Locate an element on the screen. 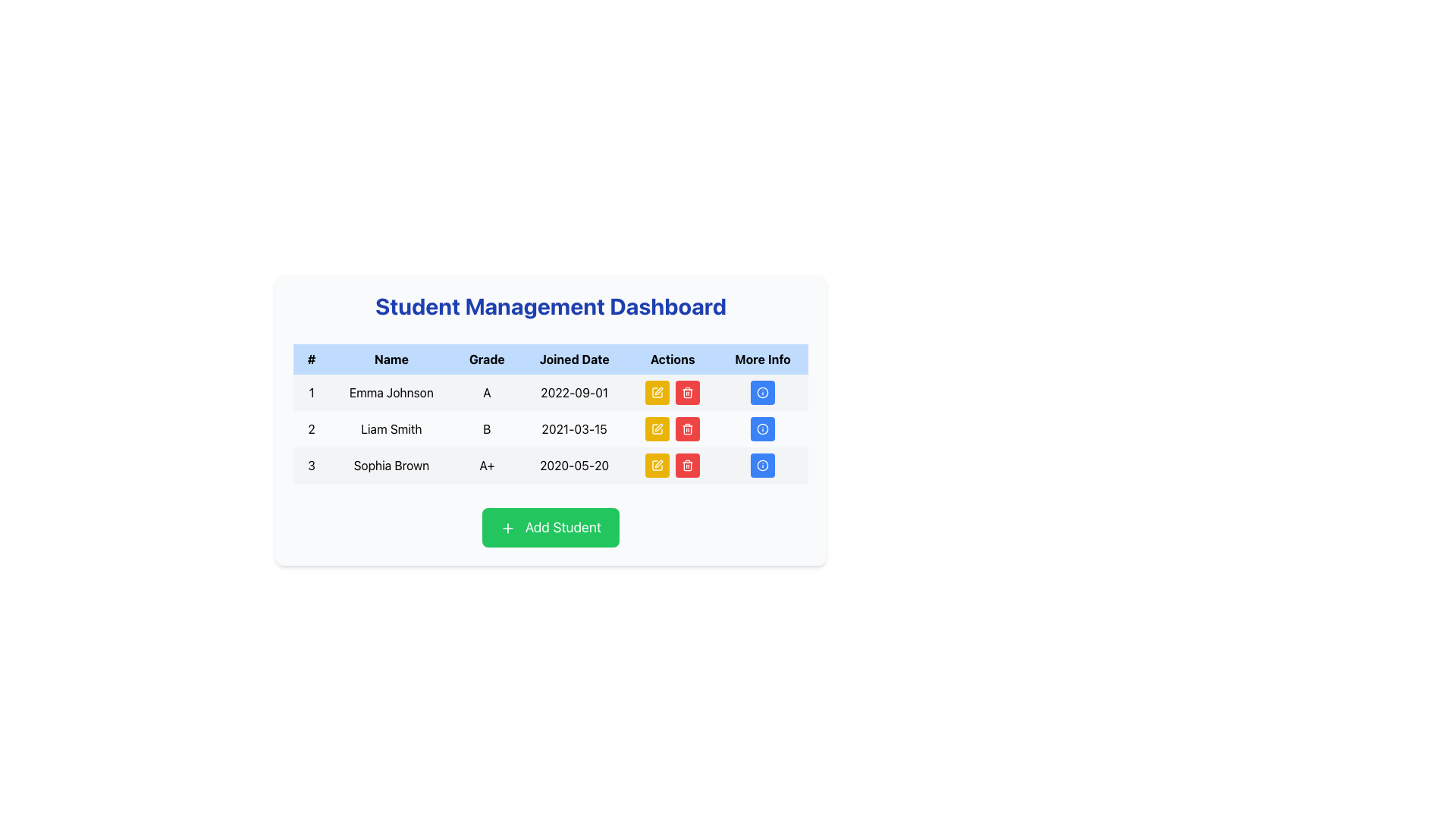  the delete button with a trashcan icon in the Actions column of the Student Management Dashboard to initiate the deletion process for the associated student entry is located at coordinates (687, 464).